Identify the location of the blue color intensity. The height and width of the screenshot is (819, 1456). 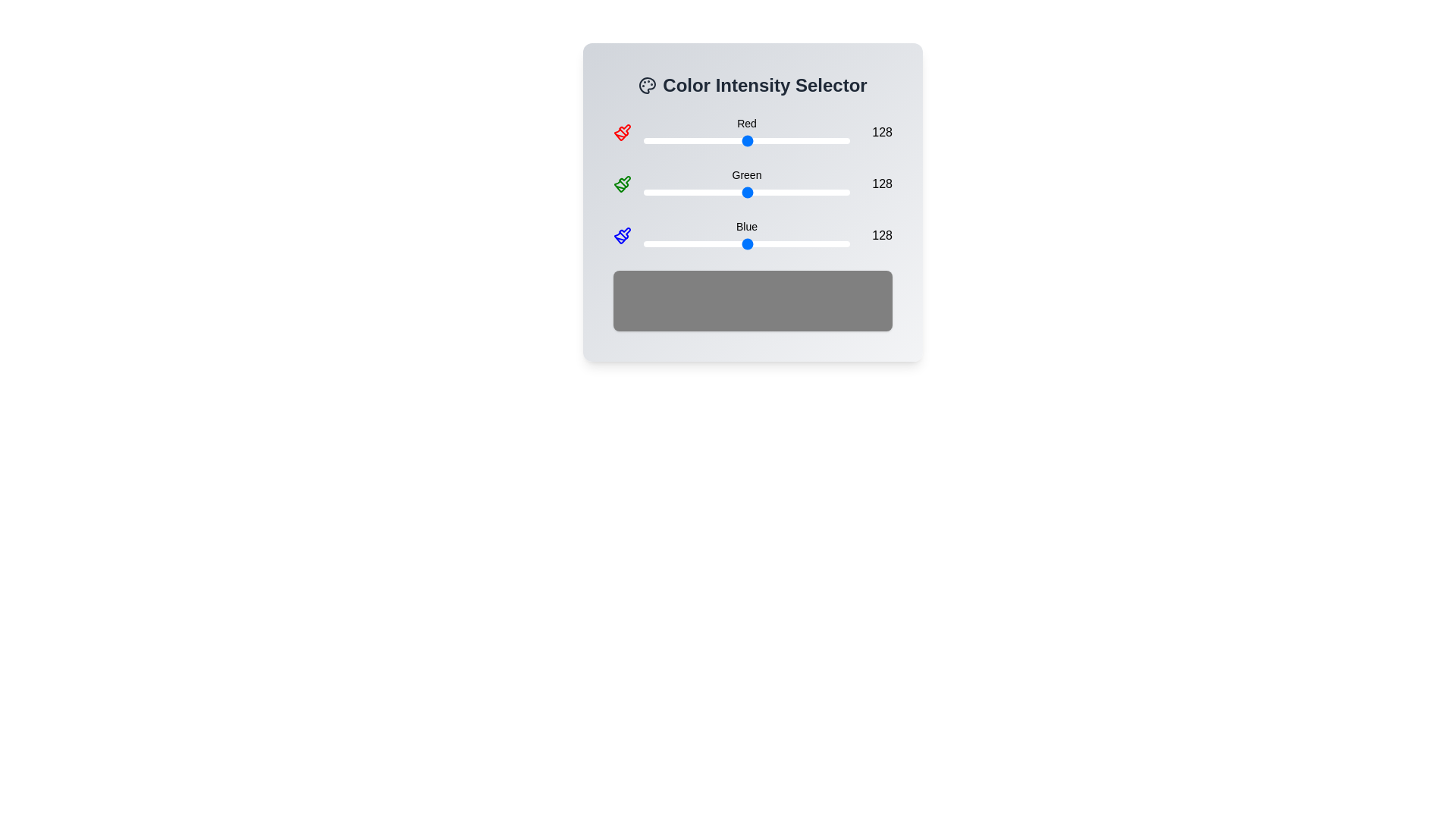
(684, 243).